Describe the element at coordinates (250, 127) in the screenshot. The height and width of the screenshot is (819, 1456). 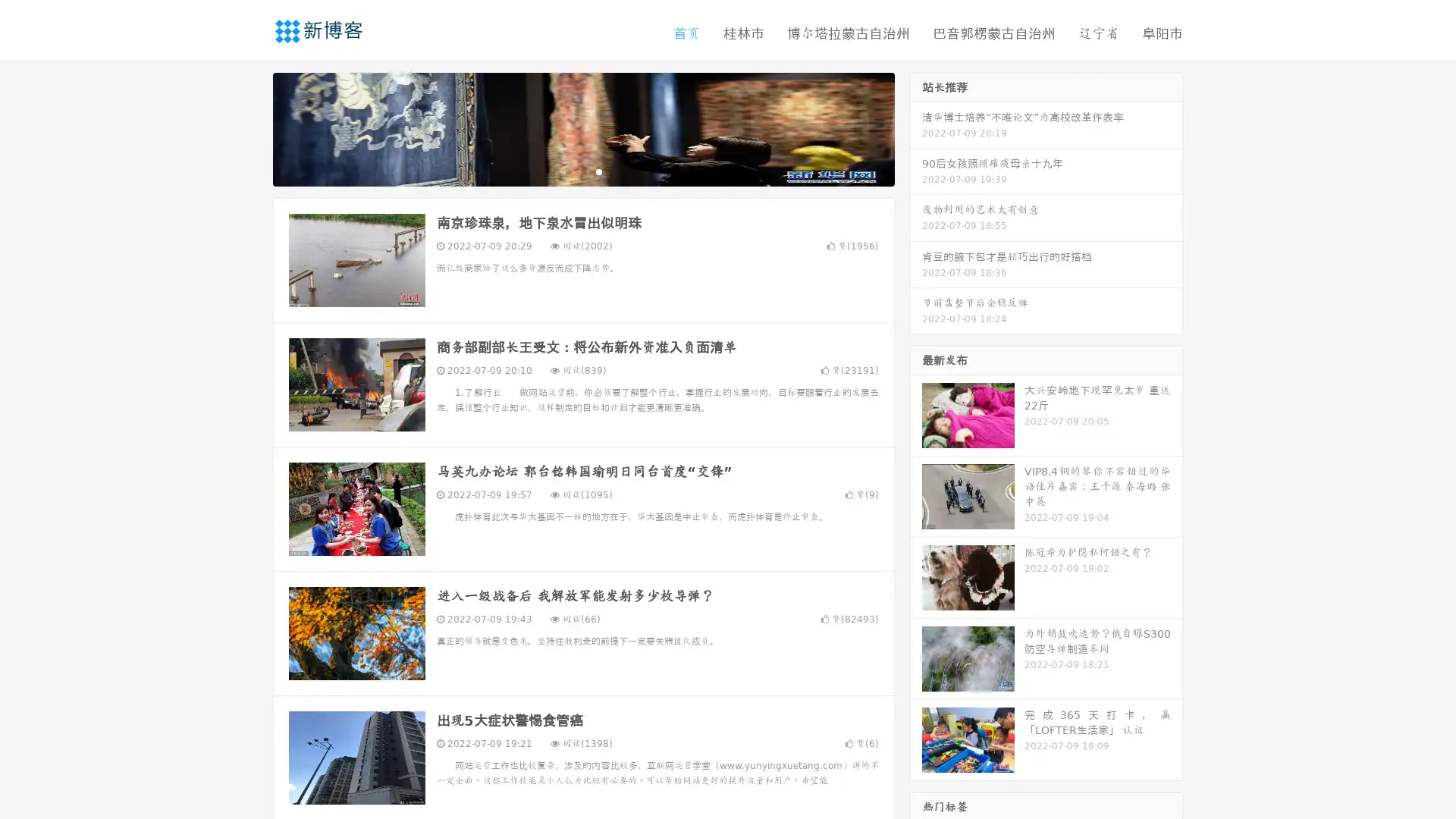
I see `Previous slide` at that location.